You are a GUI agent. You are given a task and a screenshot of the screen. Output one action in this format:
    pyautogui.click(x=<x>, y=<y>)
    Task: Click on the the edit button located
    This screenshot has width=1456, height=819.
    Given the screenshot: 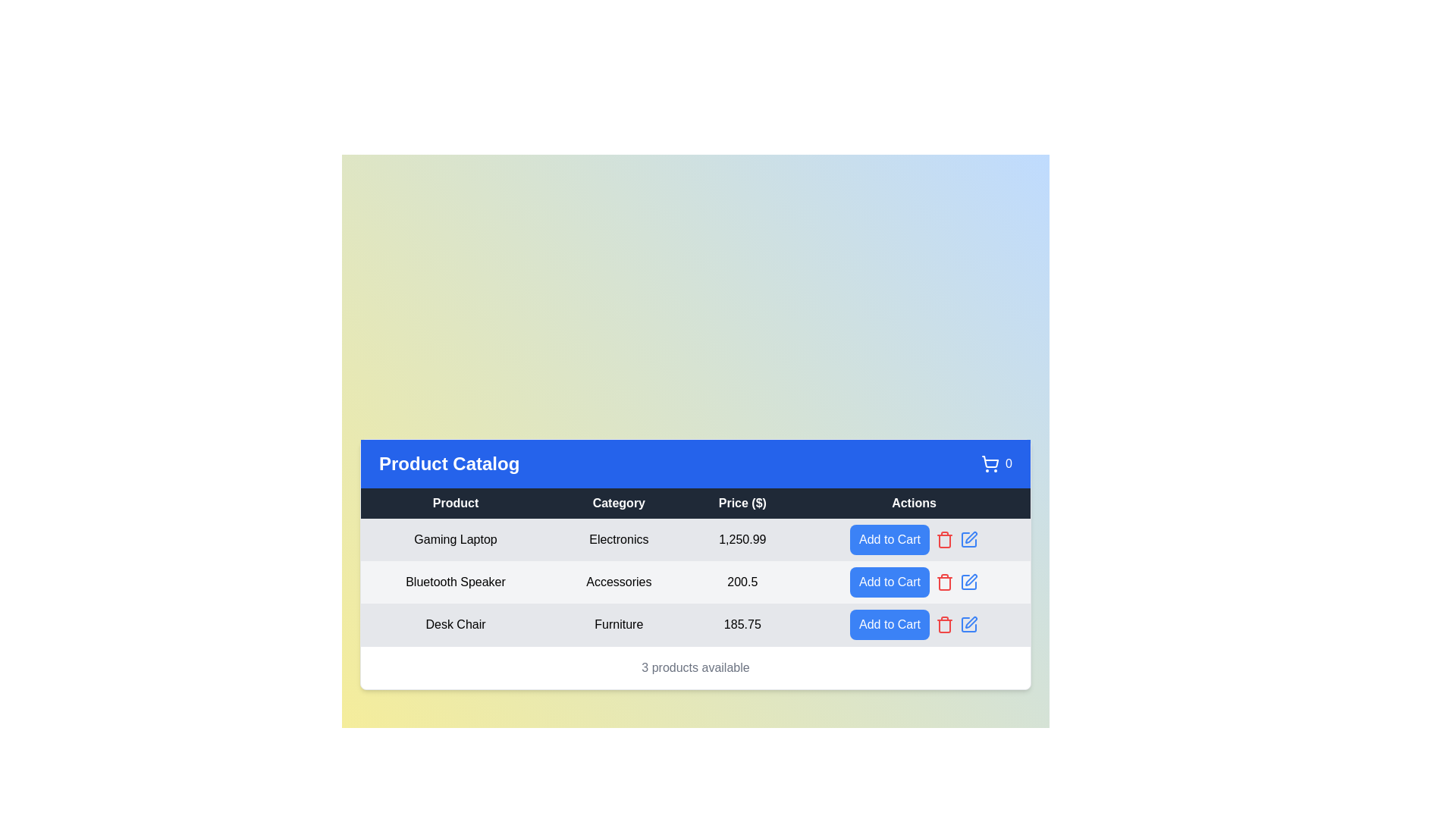 What is the action you would take?
    pyautogui.click(x=968, y=624)
    